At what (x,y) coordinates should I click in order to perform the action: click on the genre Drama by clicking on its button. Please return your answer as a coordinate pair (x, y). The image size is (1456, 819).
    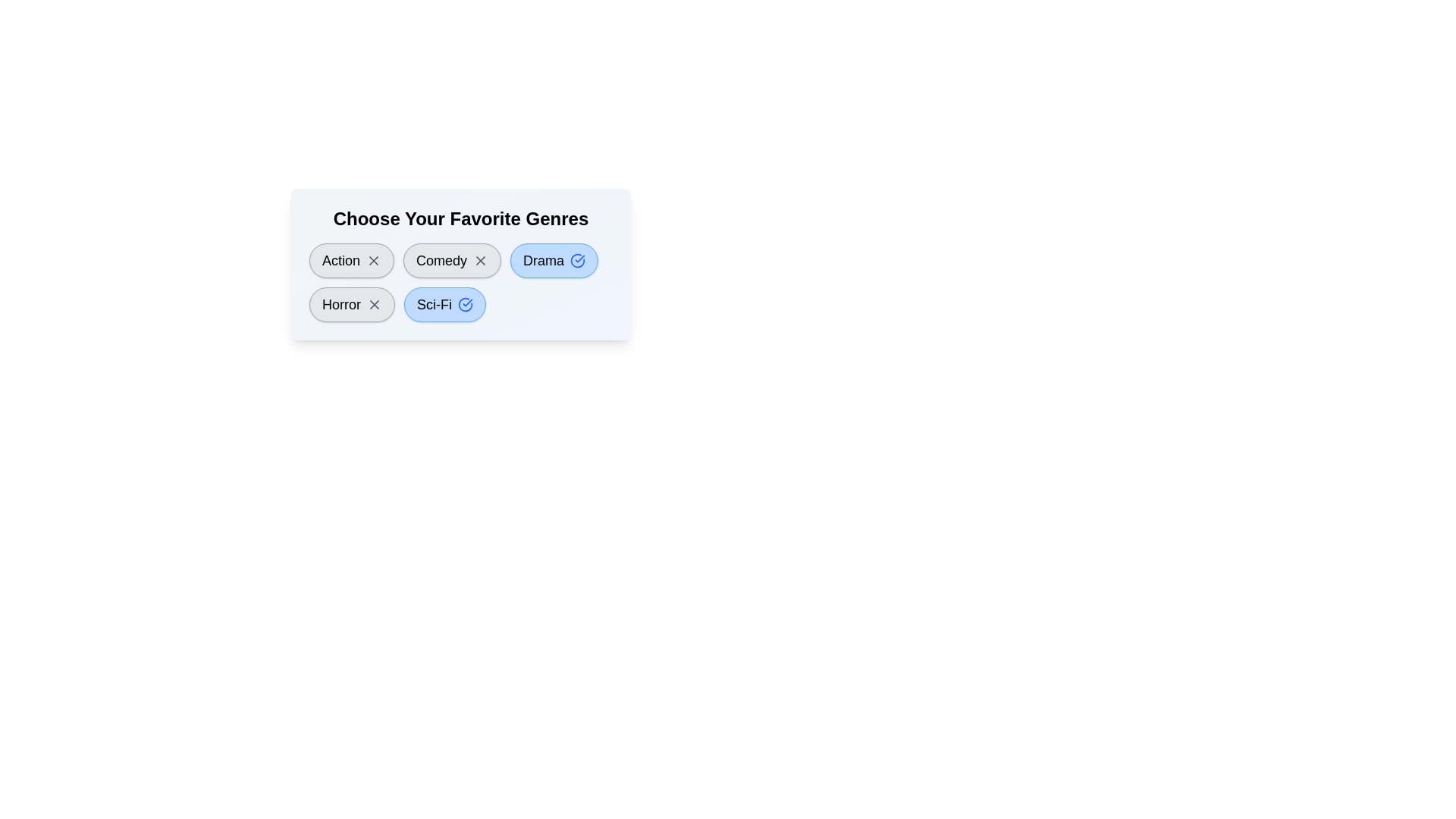
    Looking at the image, I should click on (554, 259).